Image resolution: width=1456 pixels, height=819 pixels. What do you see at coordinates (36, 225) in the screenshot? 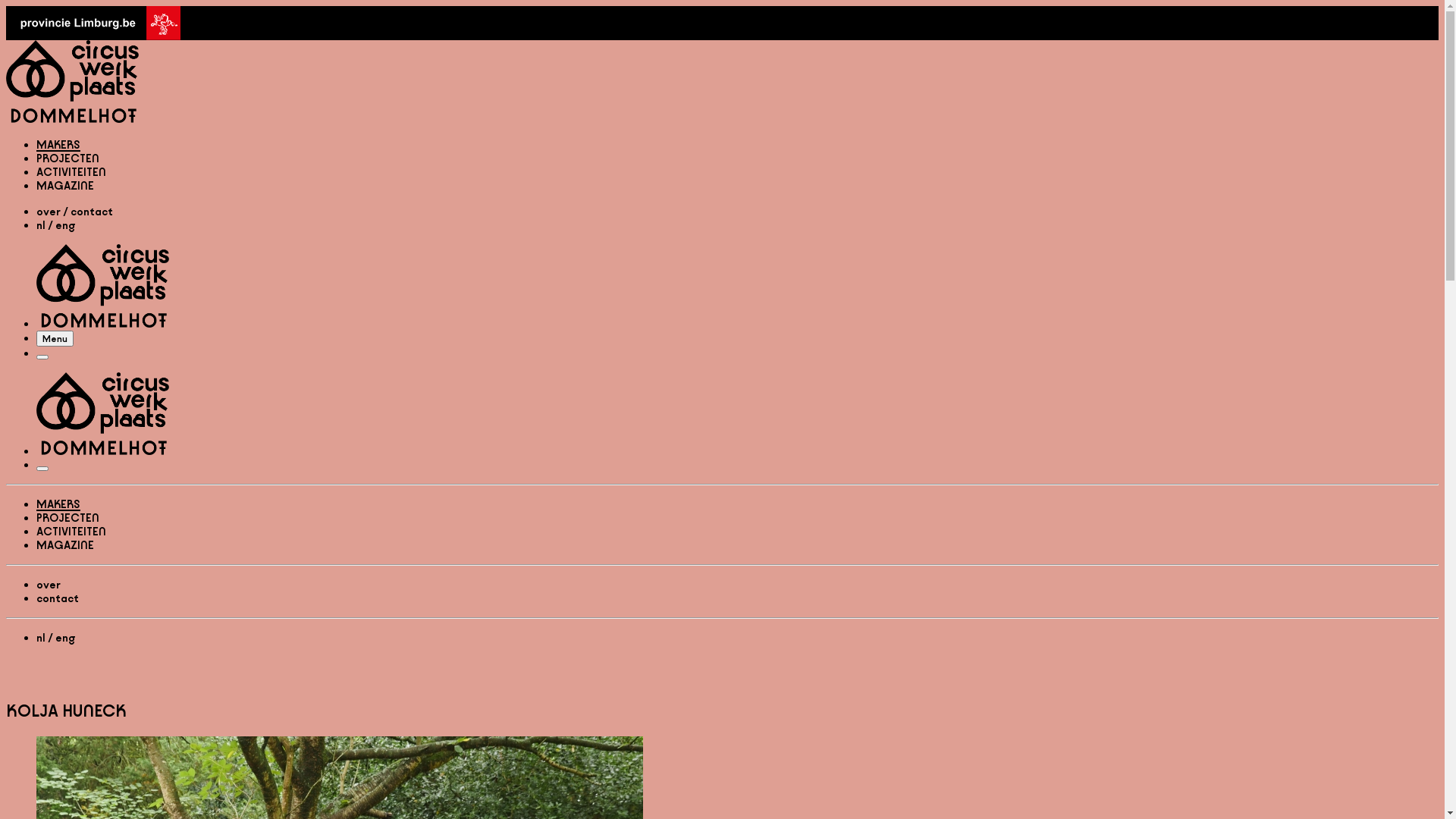
I see `'nl'` at bounding box center [36, 225].